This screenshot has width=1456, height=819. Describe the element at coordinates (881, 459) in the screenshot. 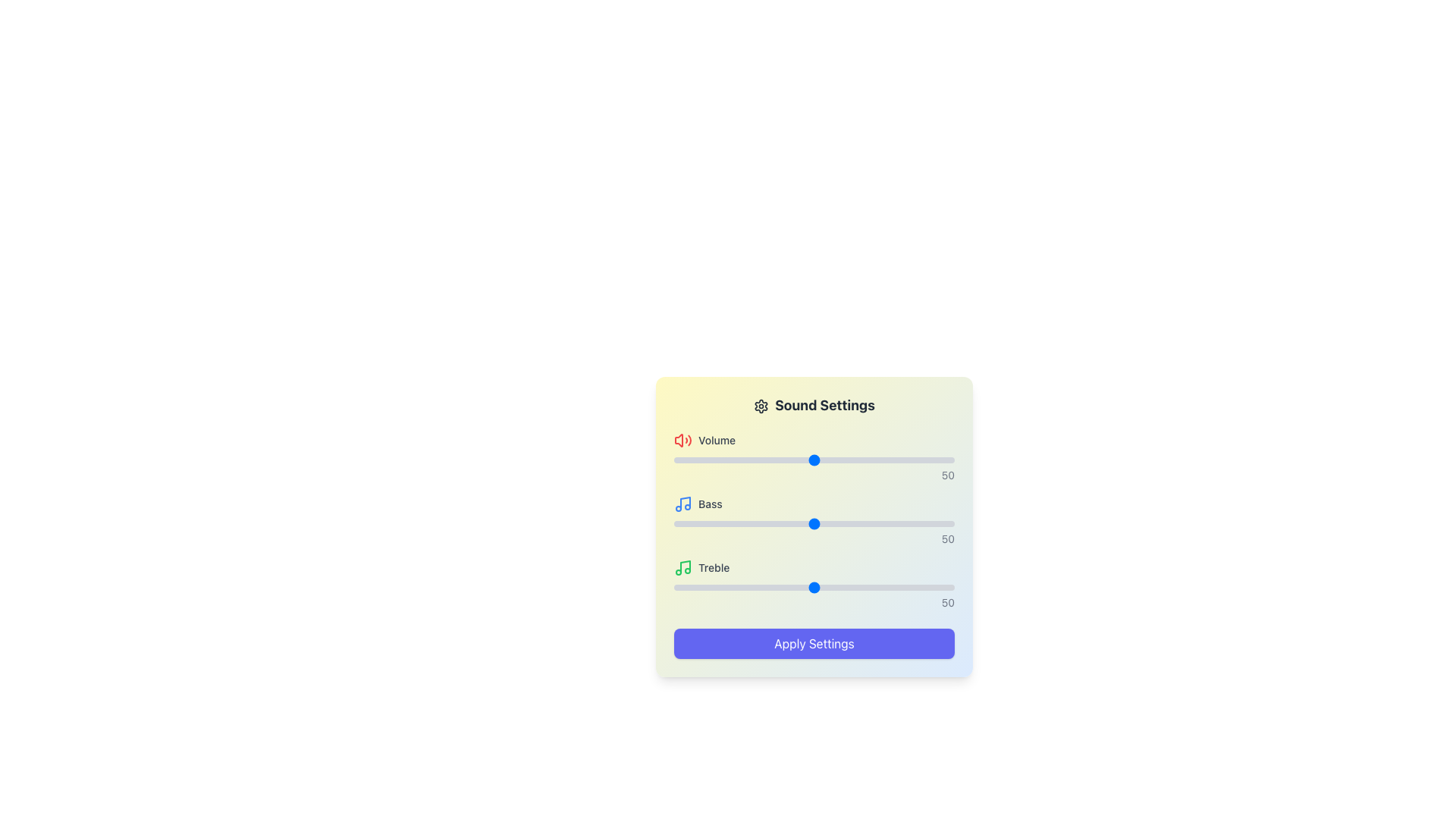

I see `the volume level` at that location.